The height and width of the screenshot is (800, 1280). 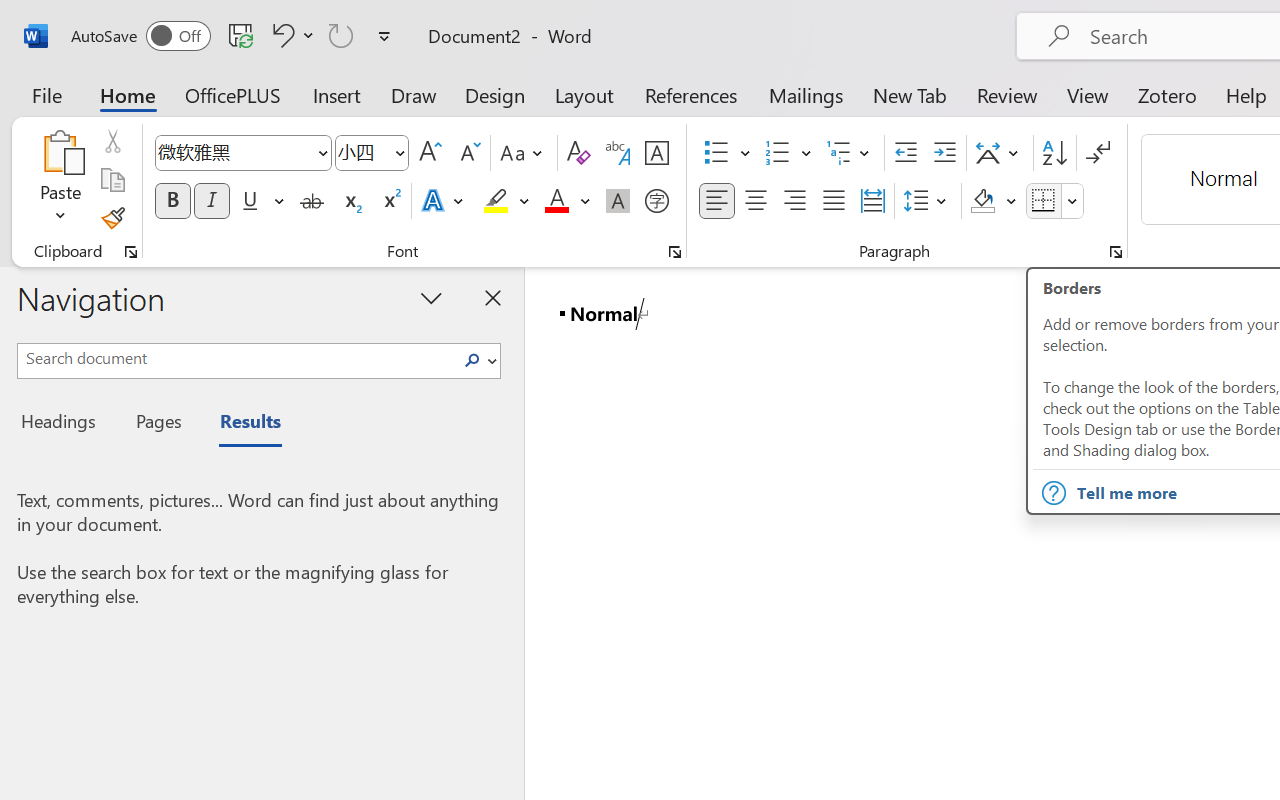 What do you see at coordinates (471, 360) in the screenshot?
I see `'Search'` at bounding box center [471, 360].